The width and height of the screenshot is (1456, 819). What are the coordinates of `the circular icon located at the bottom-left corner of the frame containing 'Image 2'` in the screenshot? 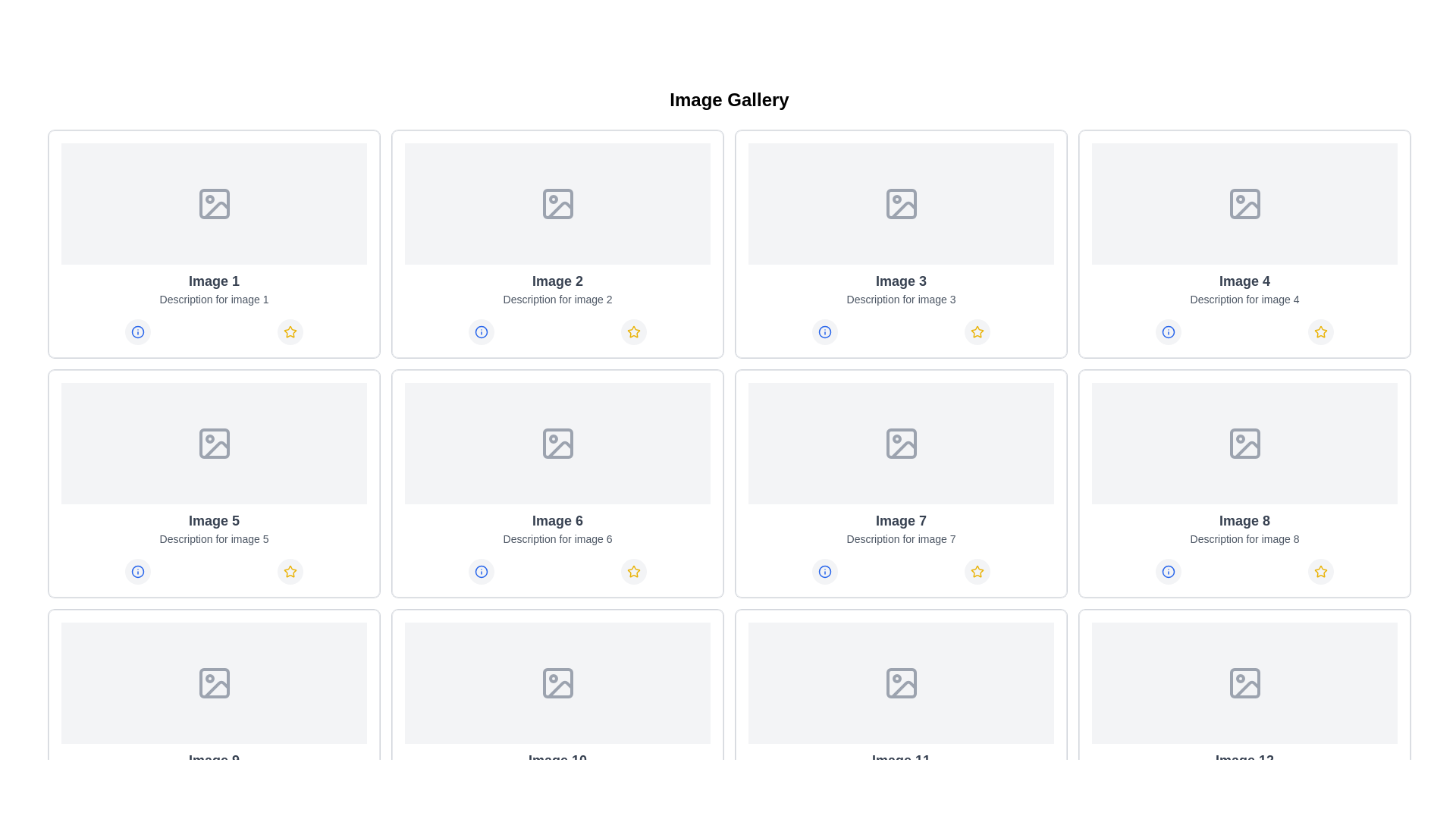 It's located at (480, 331).